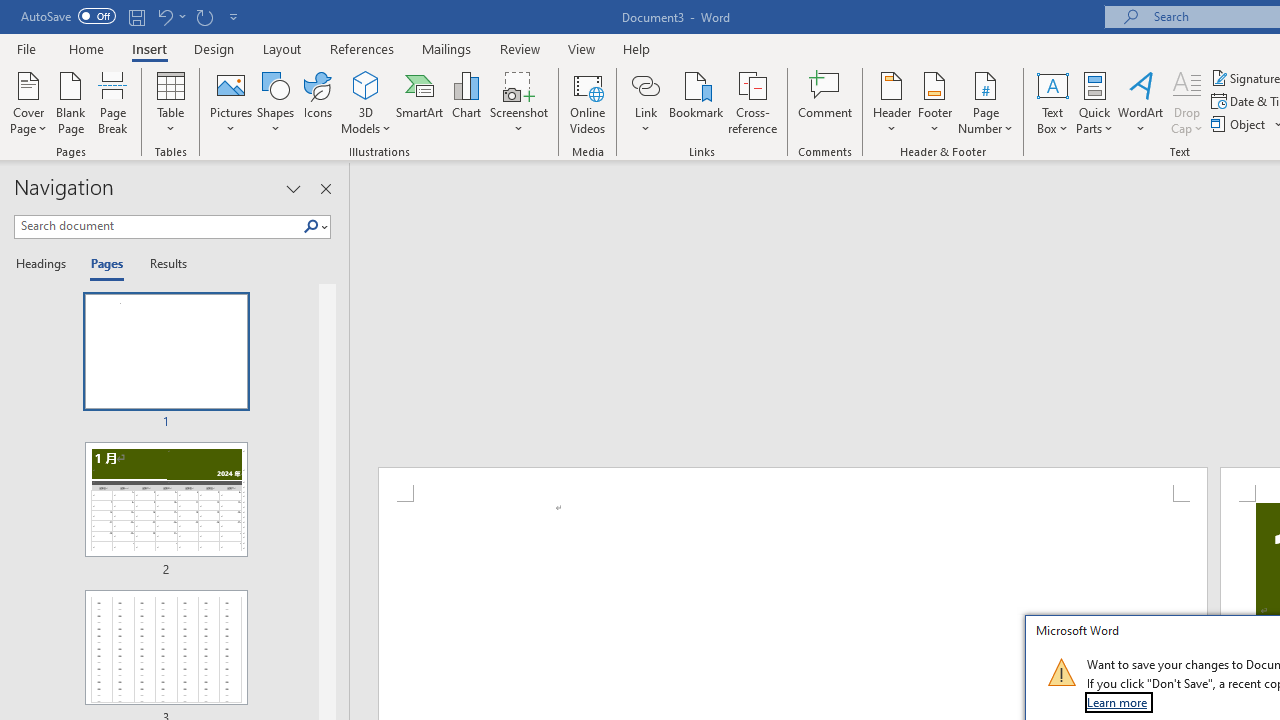  Describe the element at coordinates (1117, 701) in the screenshot. I see `'Learn more'` at that location.